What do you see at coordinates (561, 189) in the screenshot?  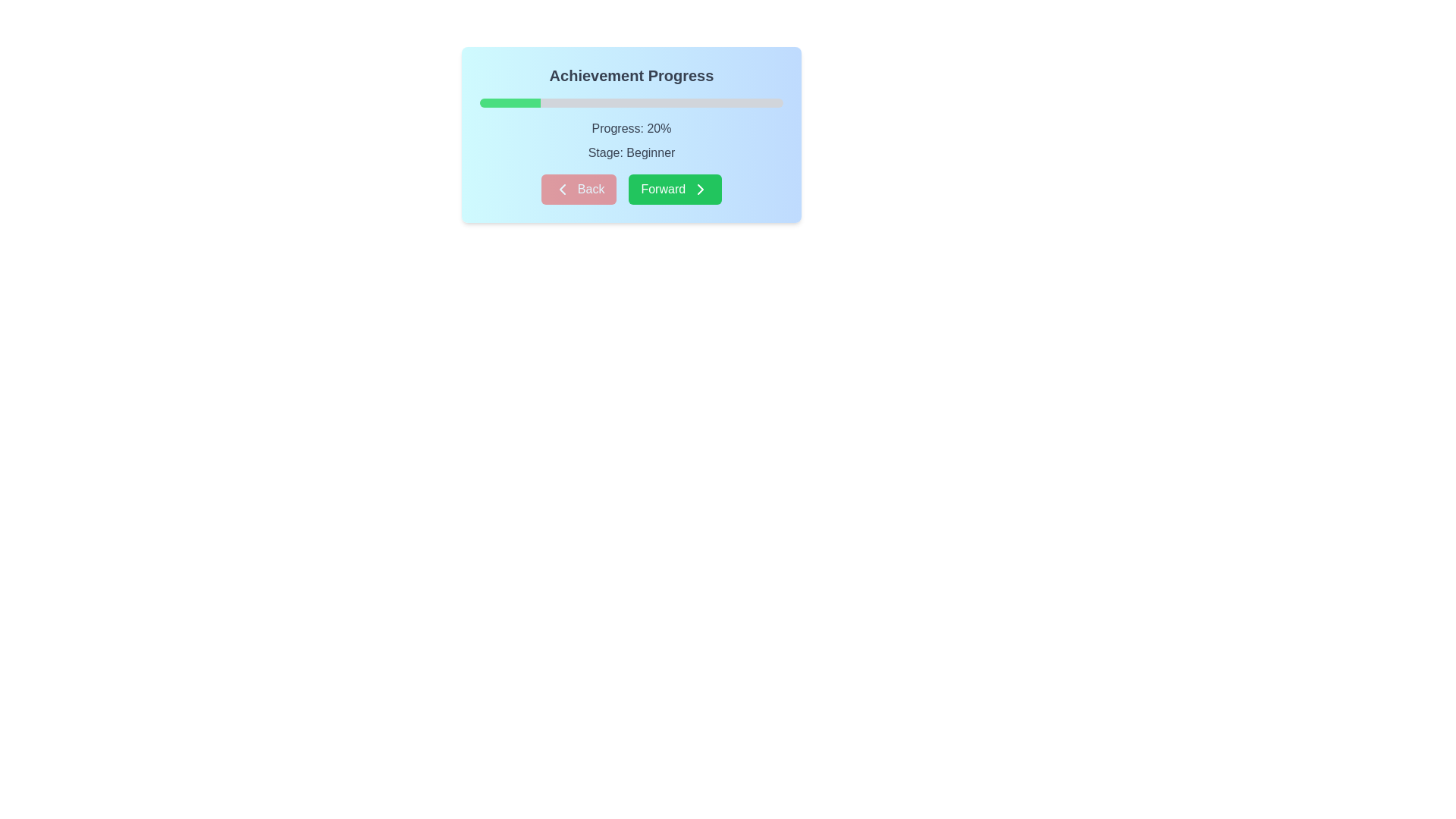 I see `the left-facing chevron icon within the 'Back' button` at bounding box center [561, 189].